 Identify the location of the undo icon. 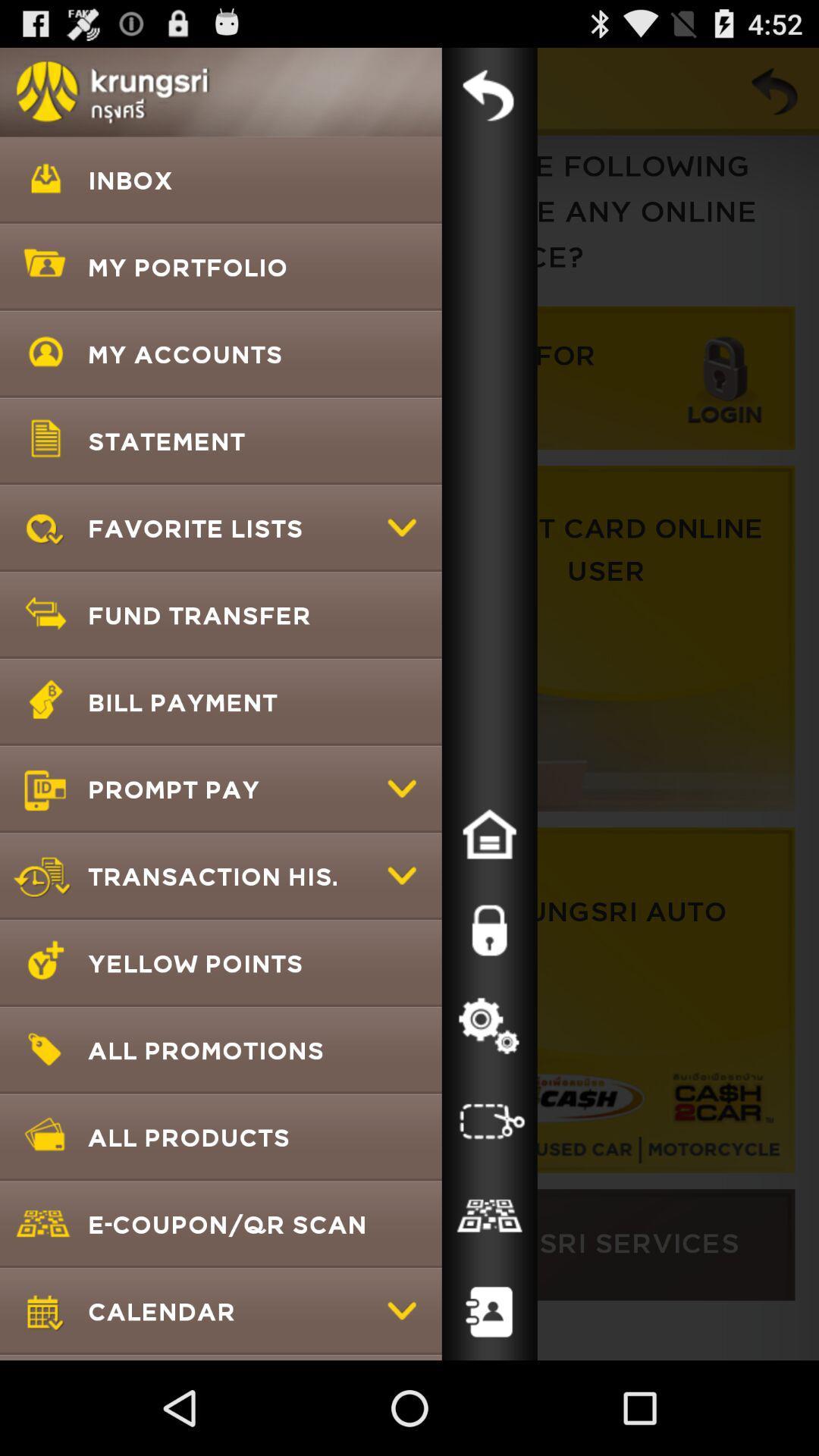
(489, 101).